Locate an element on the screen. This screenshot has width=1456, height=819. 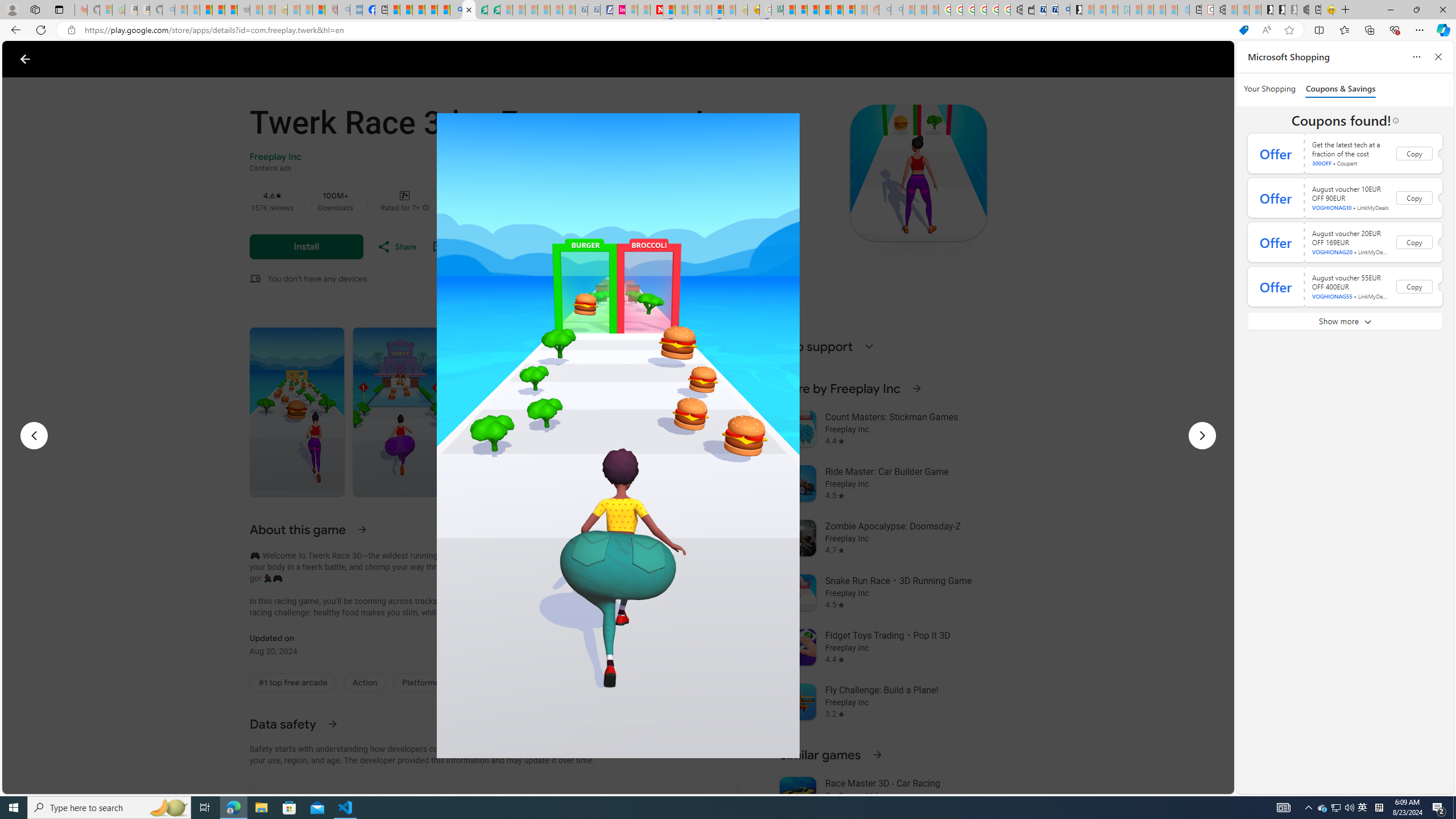
'You don' is located at coordinates (317, 279).